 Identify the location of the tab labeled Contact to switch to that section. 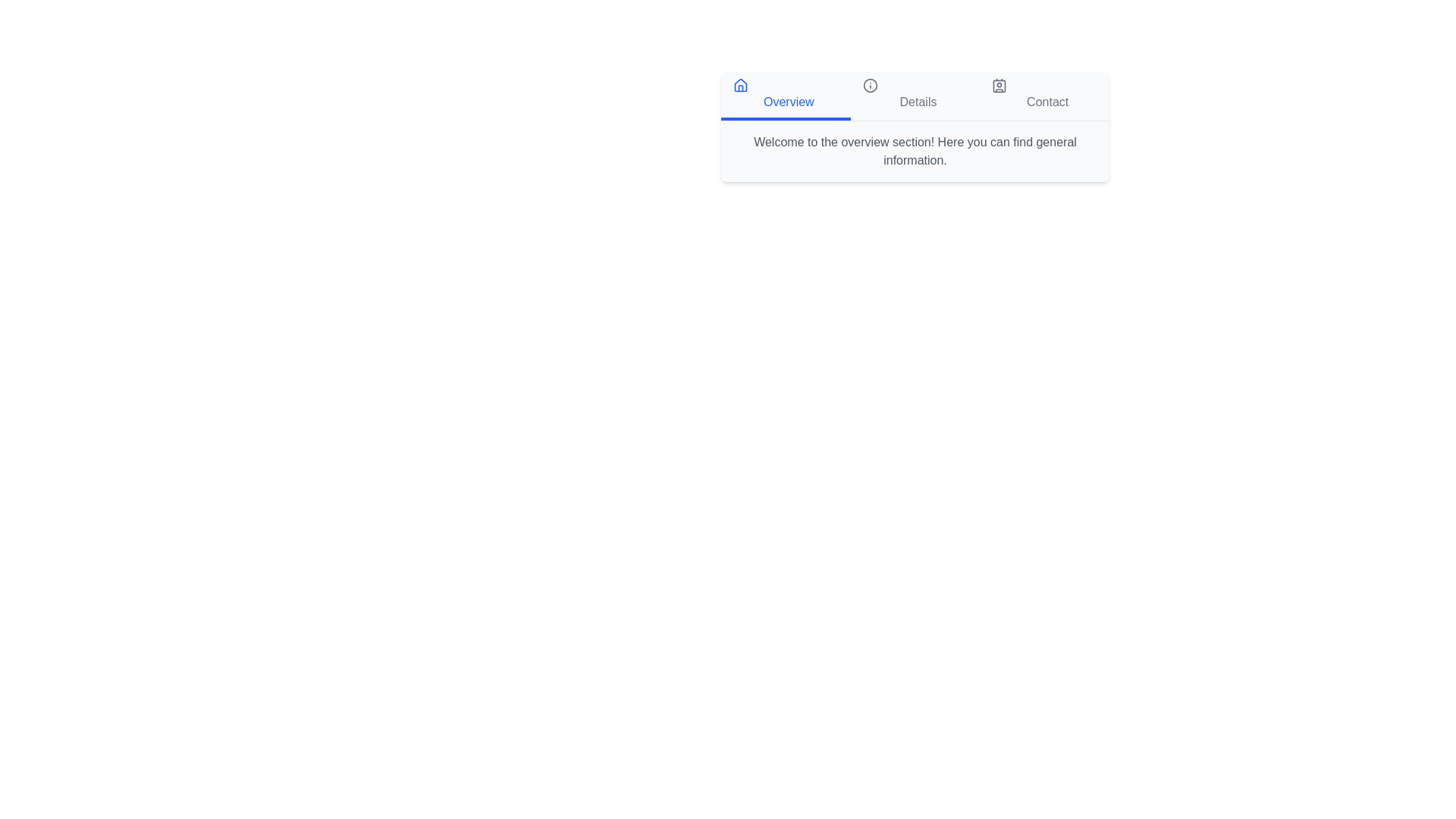
(1043, 96).